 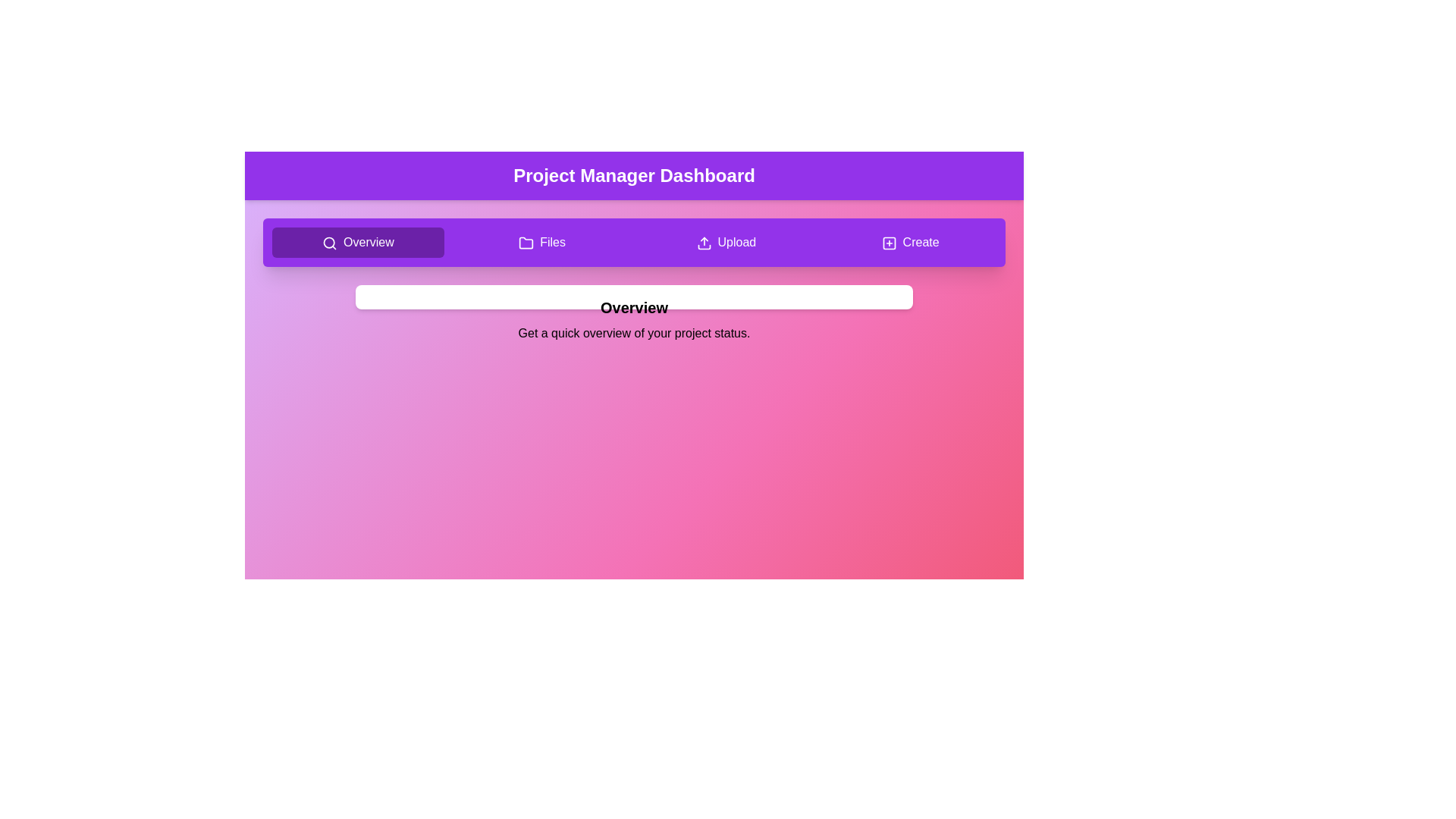 I want to click on the tab button corresponding to Files, so click(x=542, y=242).